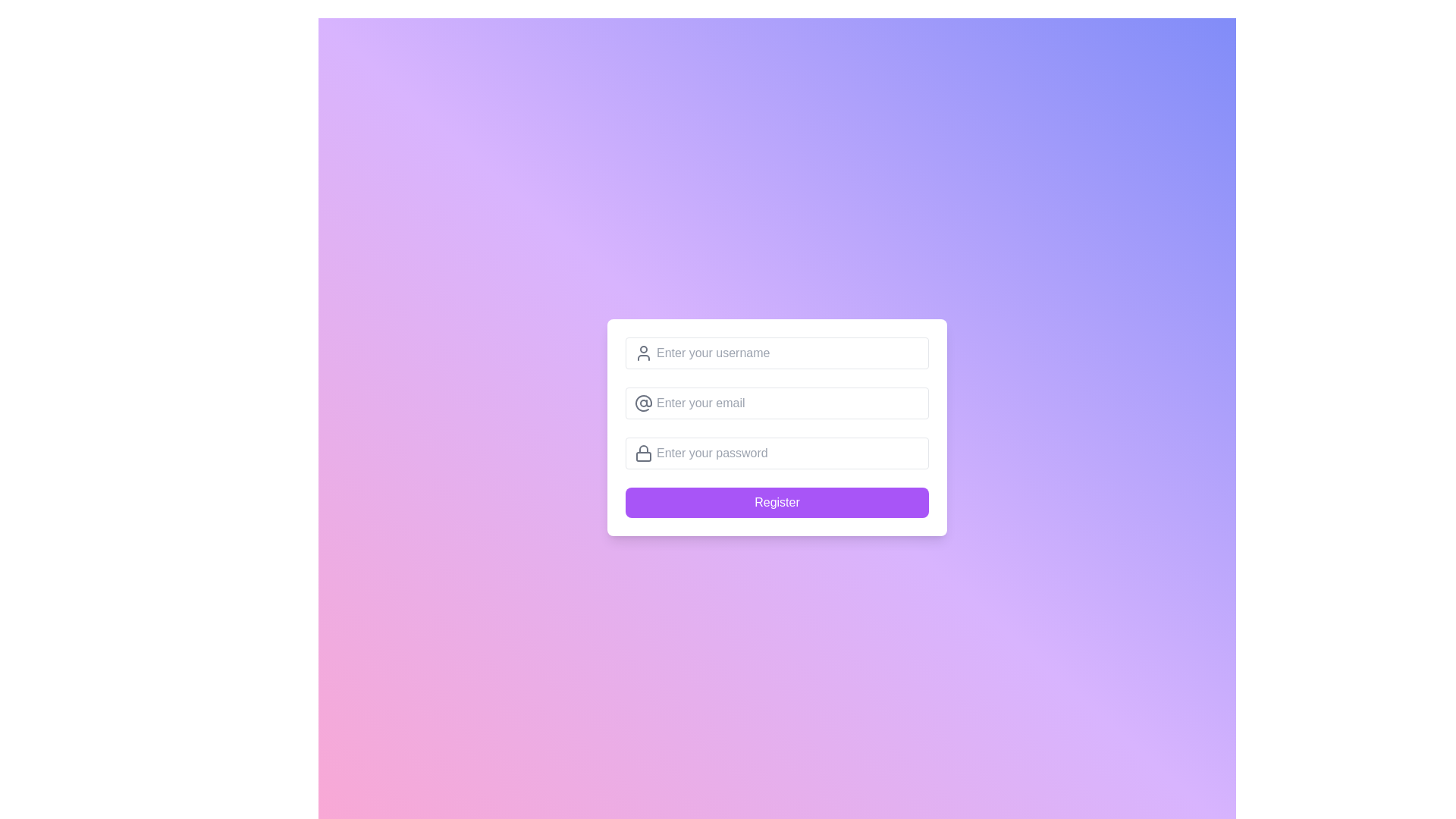  What do you see at coordinates (644, 403) in the screenshot?
I see `the email sign icon, which is a minimalist black-and-white circular design with an '@' symbol, located inside the second input field of a centrally placed form` at bounding box center [644, 403].